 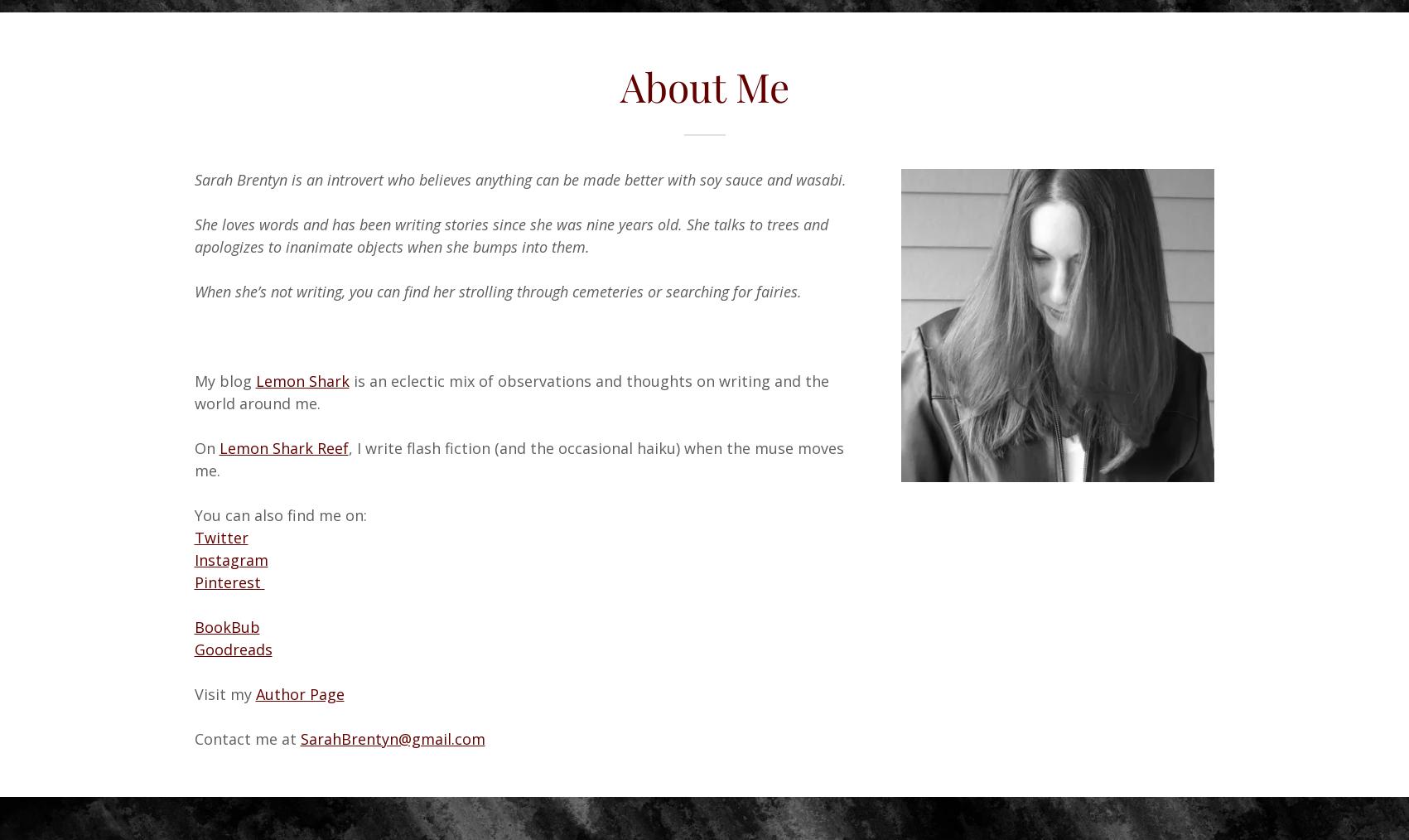 I want to click on 'BookBub', so click(x=226, y=625).